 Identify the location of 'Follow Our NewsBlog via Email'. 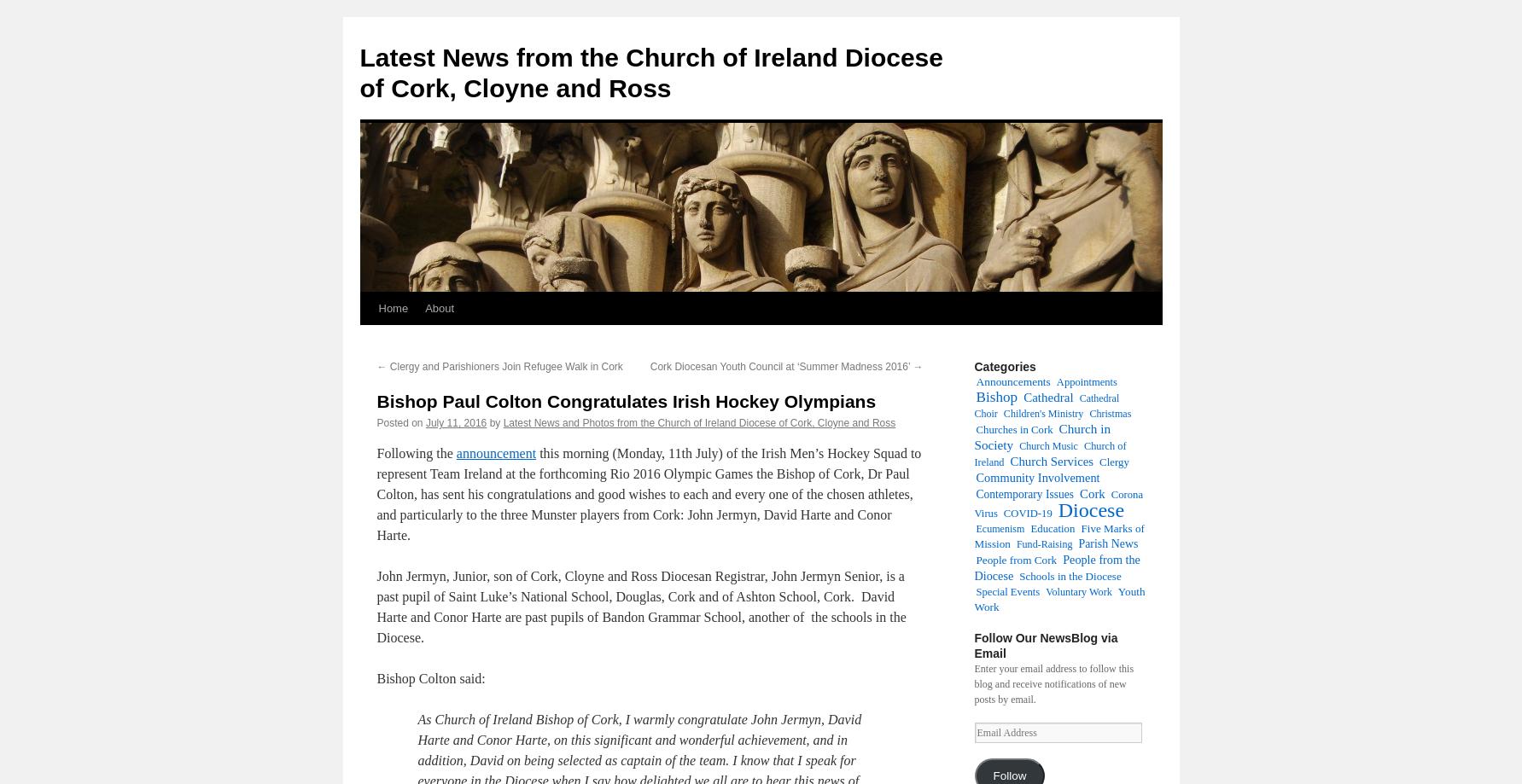
(1045, 645).